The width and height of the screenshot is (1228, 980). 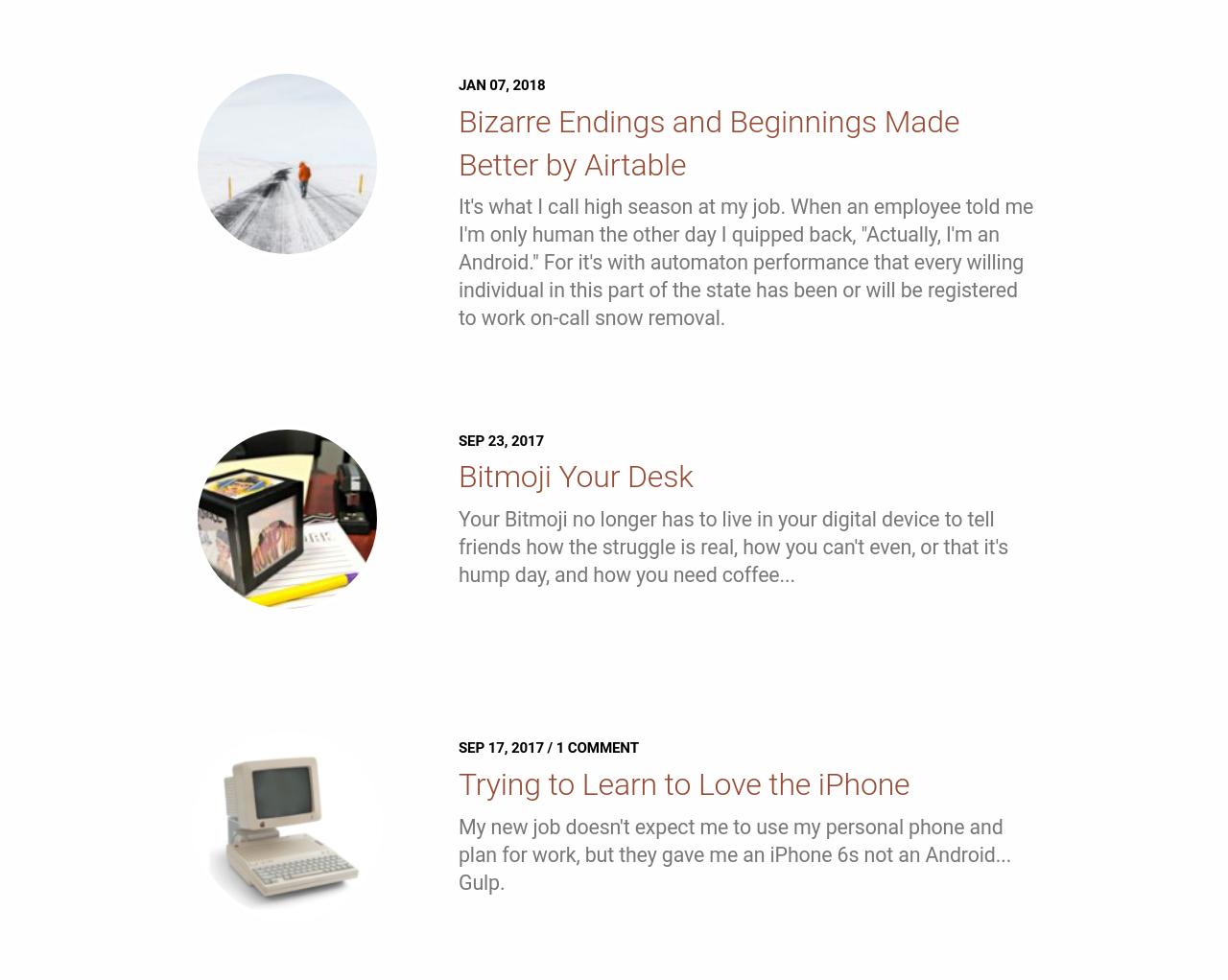 I want to click on 'It's what I call high season at my job. When an employee told me I'm only human the other day I quipped back, "Actually, I'm an Android." For it's with automaton performance that every willing individual in this part of the state has been or will be registered to work on-call snow removal.', so click(x=744, y=261).